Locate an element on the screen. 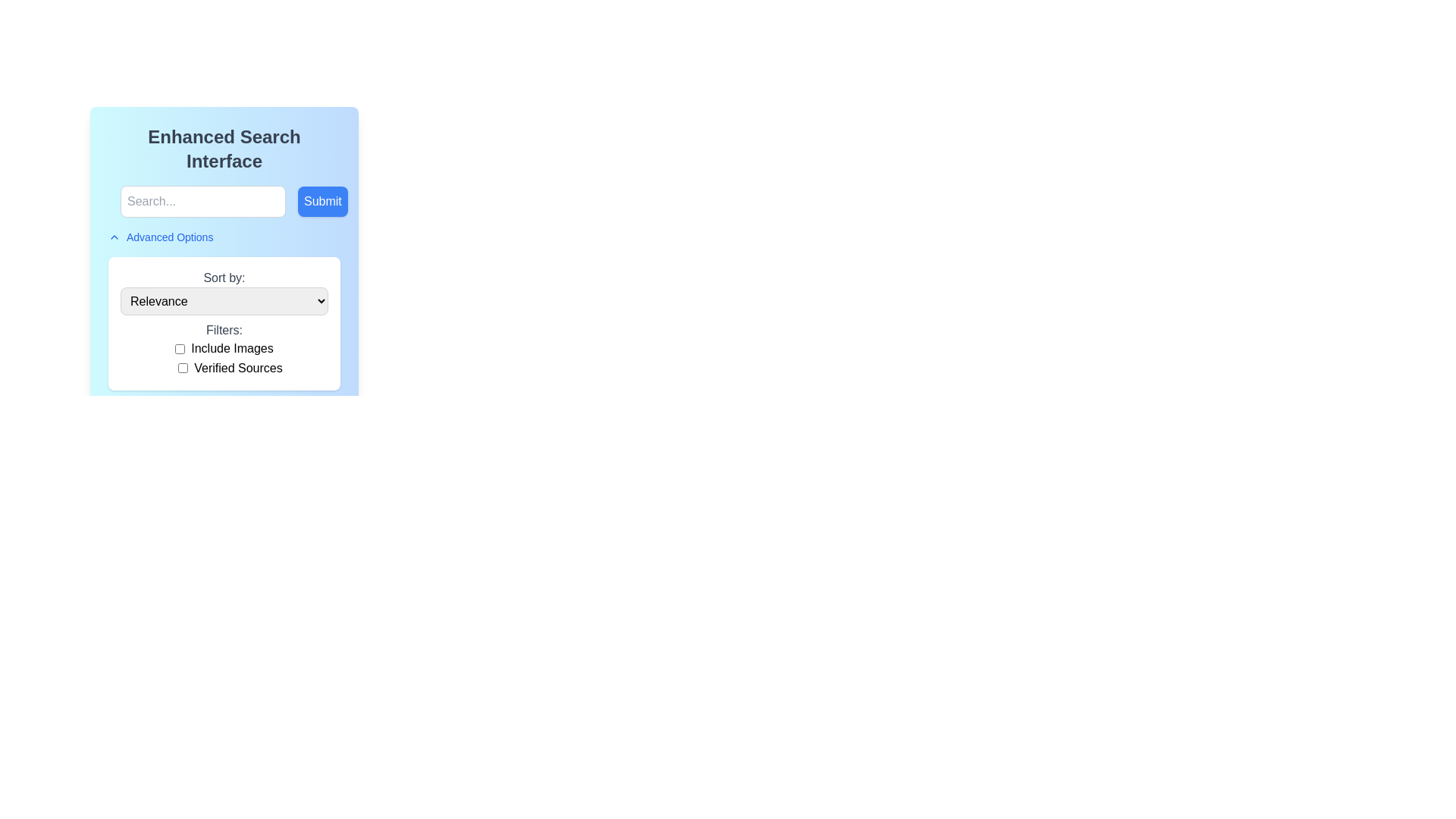  the 'Include Images' checkbox located is located at coordinates (180, 348).